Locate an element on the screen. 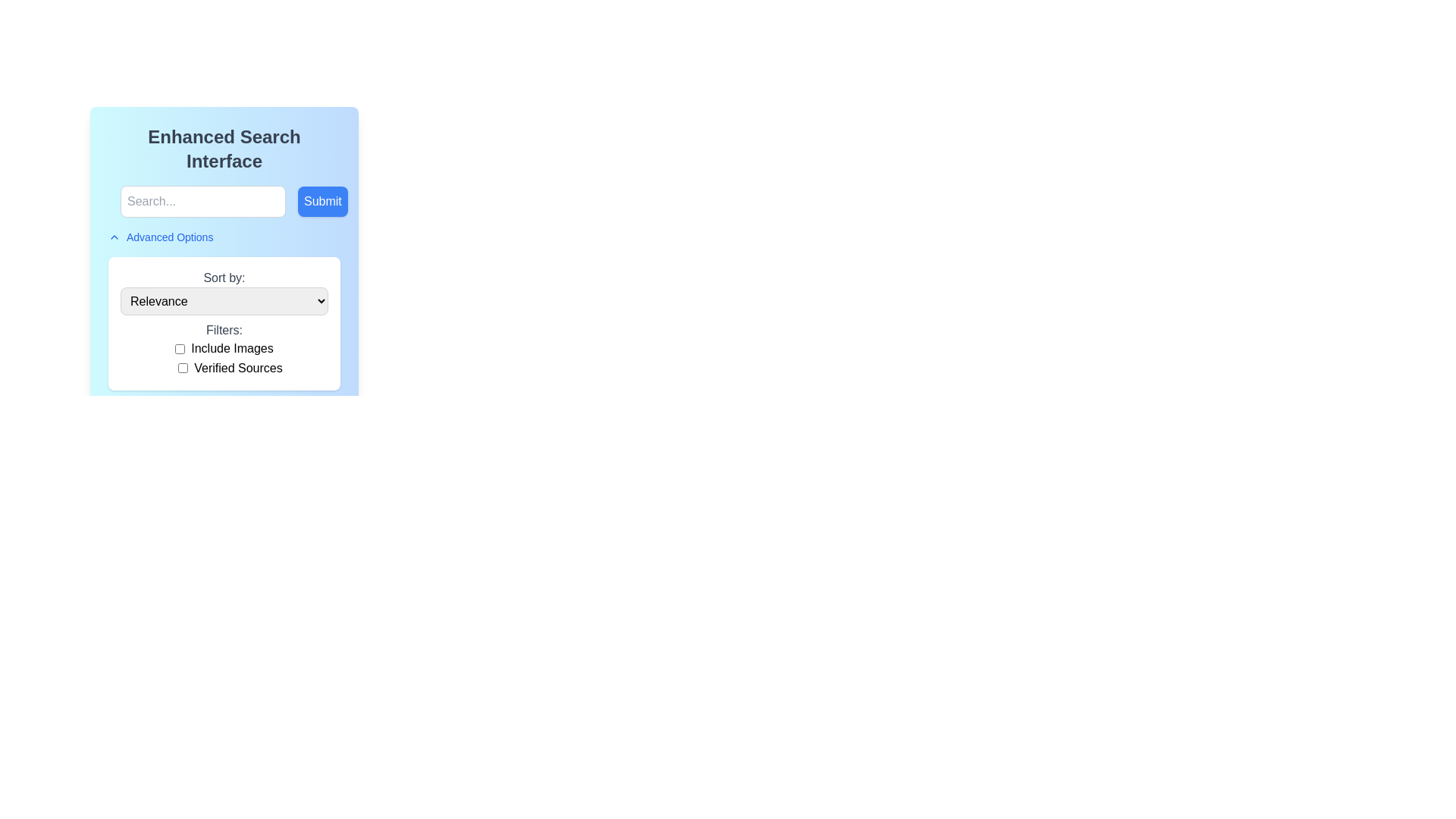  the 'Include Images' checkbox located is located at coordinates (180, 348).